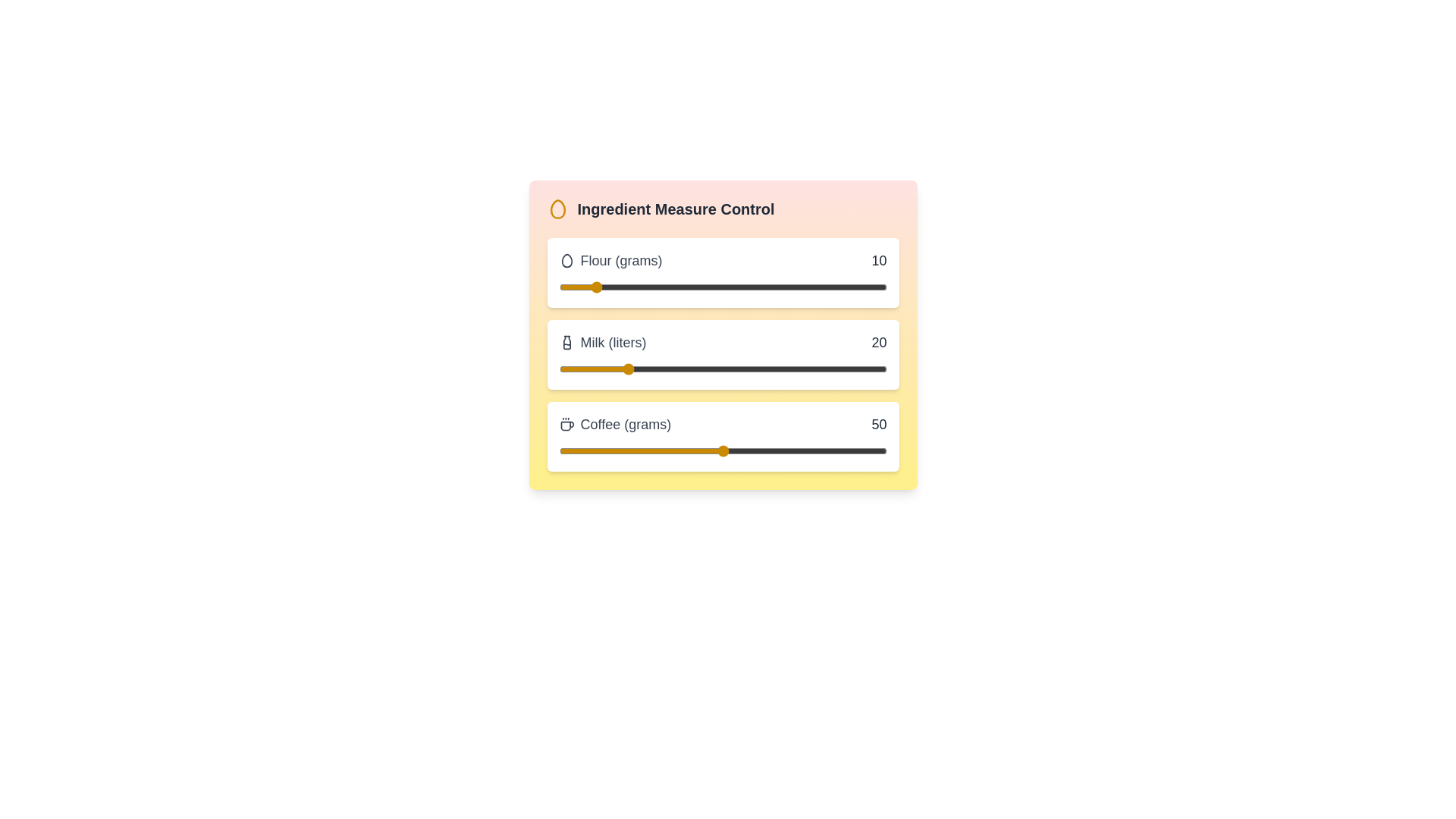 This screenshot has height=819, width=1456. What do you see at coordinates (667, 450) in the screenshot?
I see `the coffee amount slider` at bounding box center [667, 450].